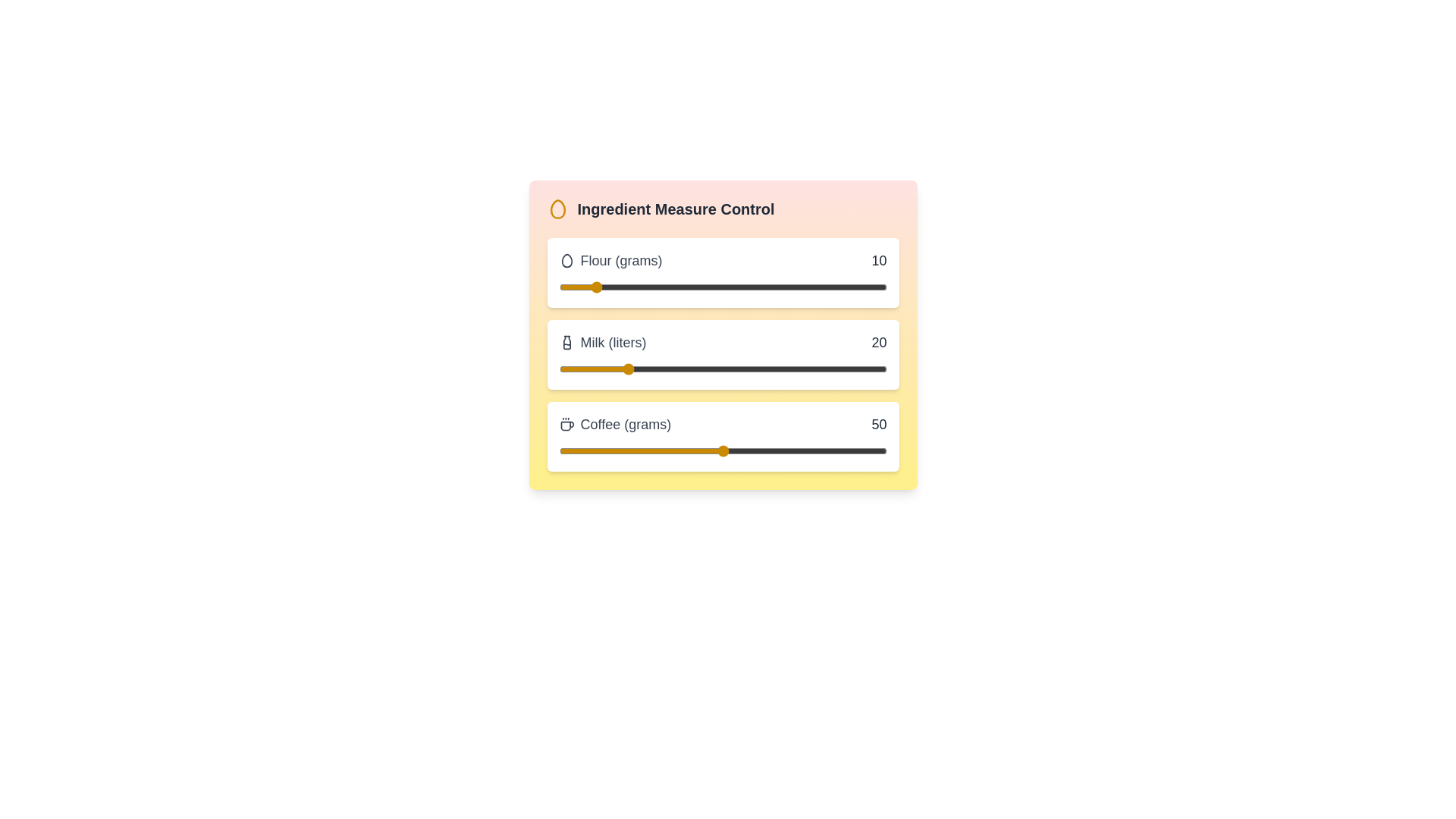 This screenshot has height=819, width=1456. What do you see at coordinates (667, 450) in the screenshot?
I see `the coffee amount slider` at bounding box center [667, 450].